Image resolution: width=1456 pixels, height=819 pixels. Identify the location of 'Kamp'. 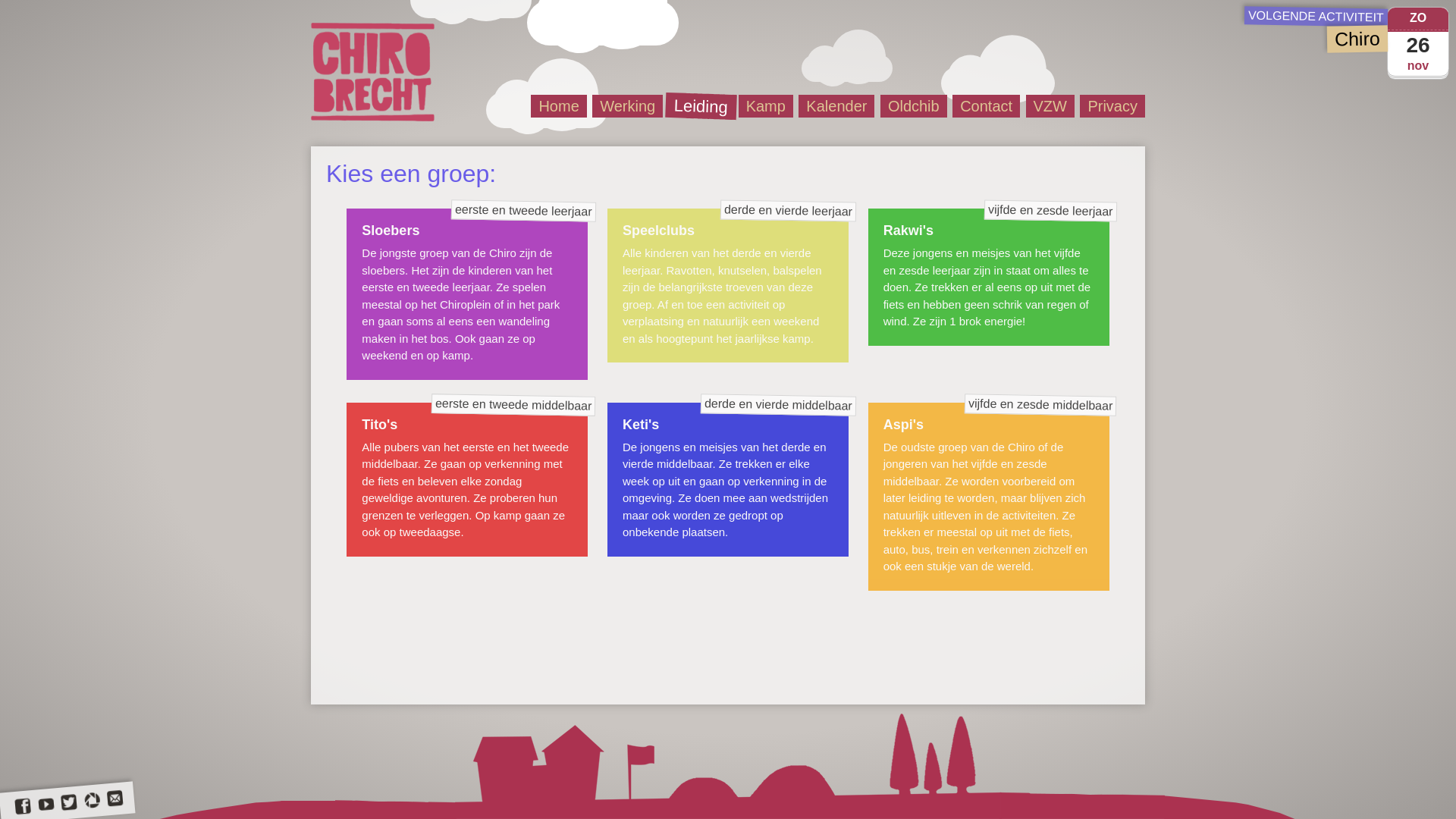
(765, 105).